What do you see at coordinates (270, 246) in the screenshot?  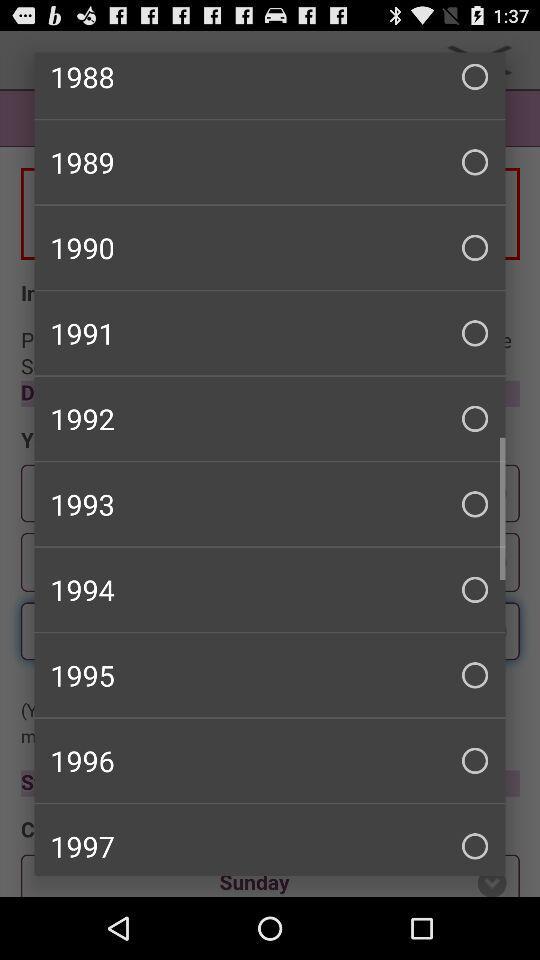 I see `the checkbox above the 1991 checkbox` at bounding box center [270, 246].